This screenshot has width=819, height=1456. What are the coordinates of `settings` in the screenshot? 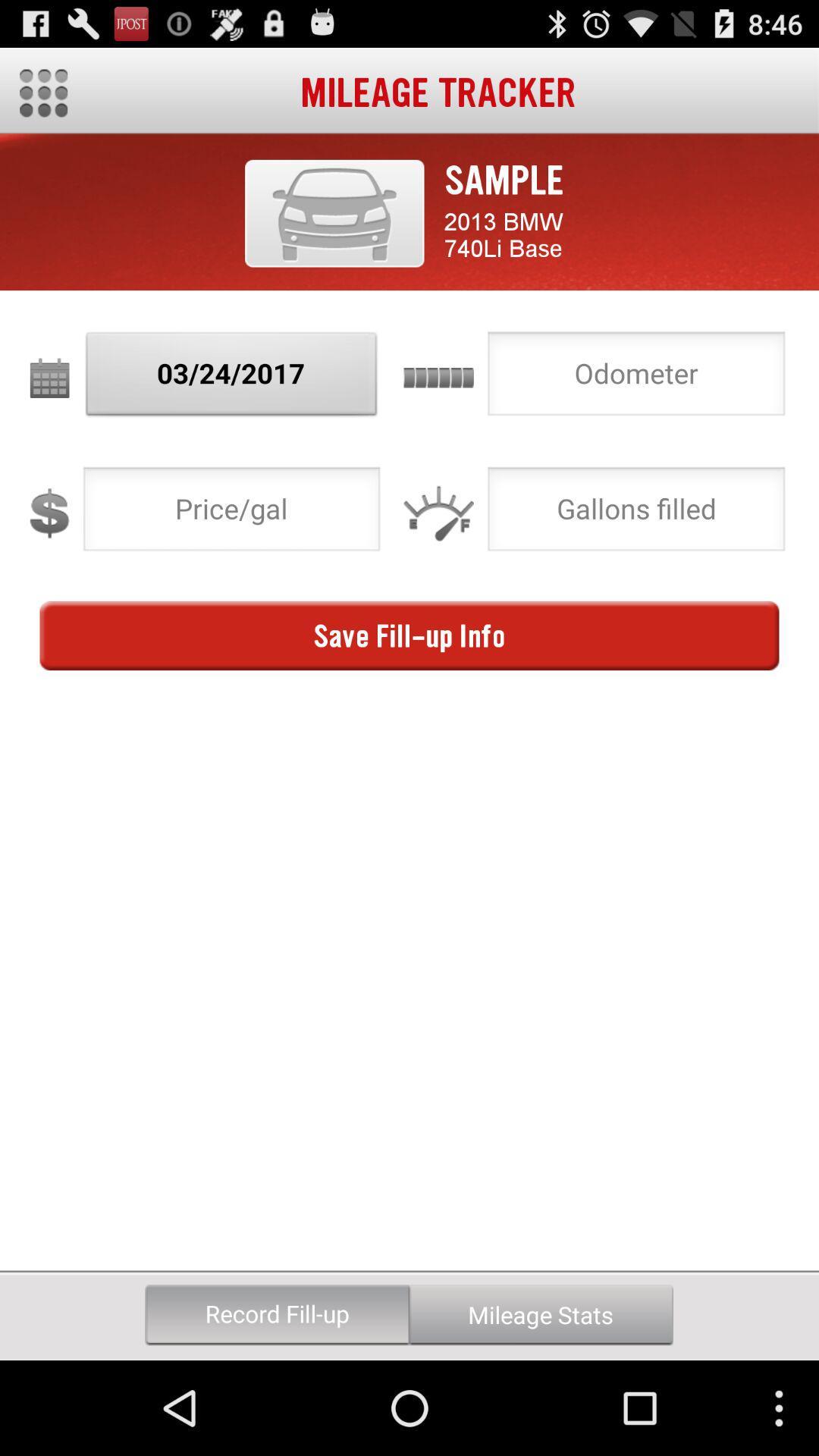 It's located at (42, 93).